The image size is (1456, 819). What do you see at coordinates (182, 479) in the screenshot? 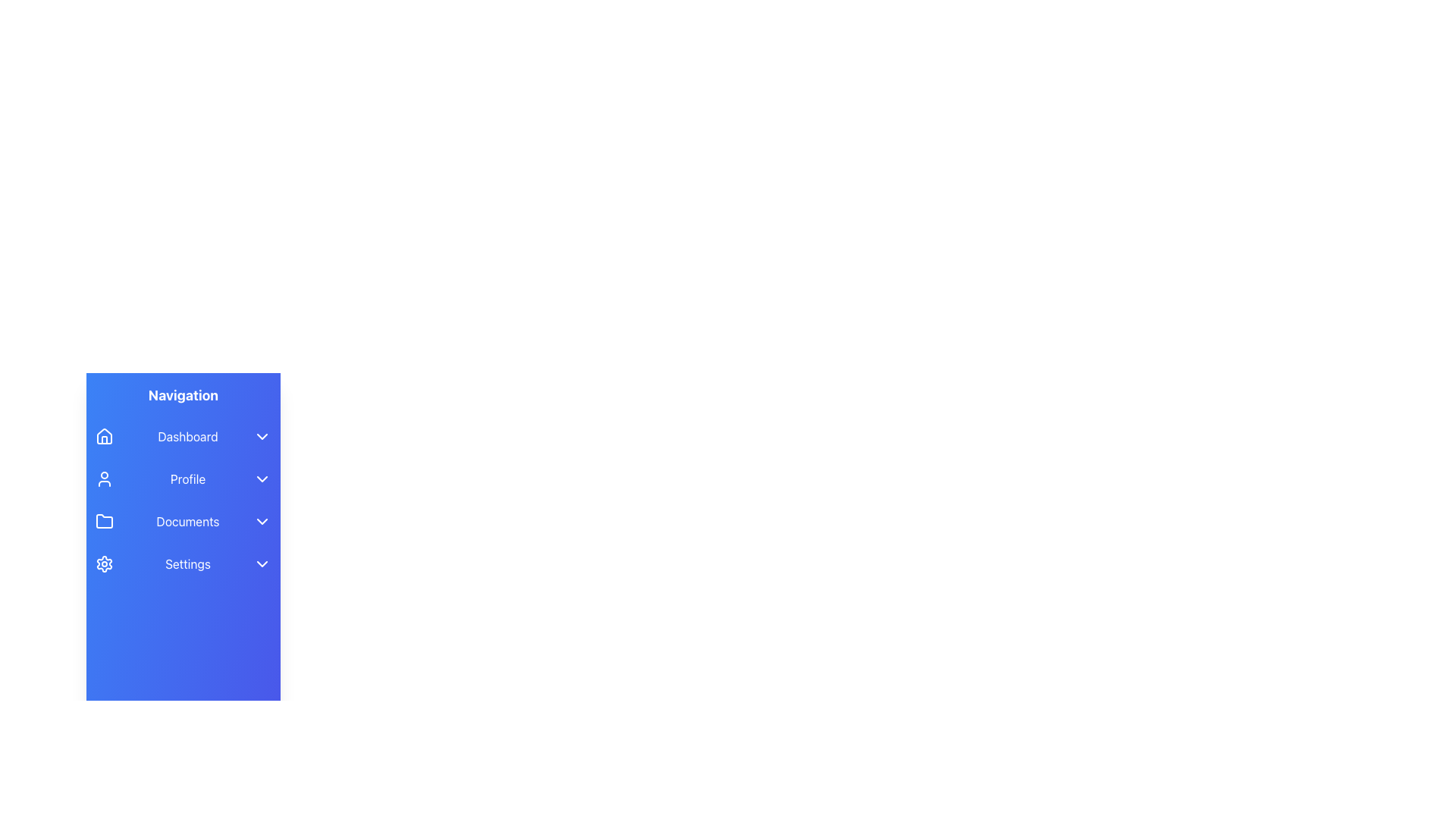
I see `the second navigation item in the vertical list of the blue sidebar to trigger a tooltip for the 'Profile' section` at bounding box center [182, 479].